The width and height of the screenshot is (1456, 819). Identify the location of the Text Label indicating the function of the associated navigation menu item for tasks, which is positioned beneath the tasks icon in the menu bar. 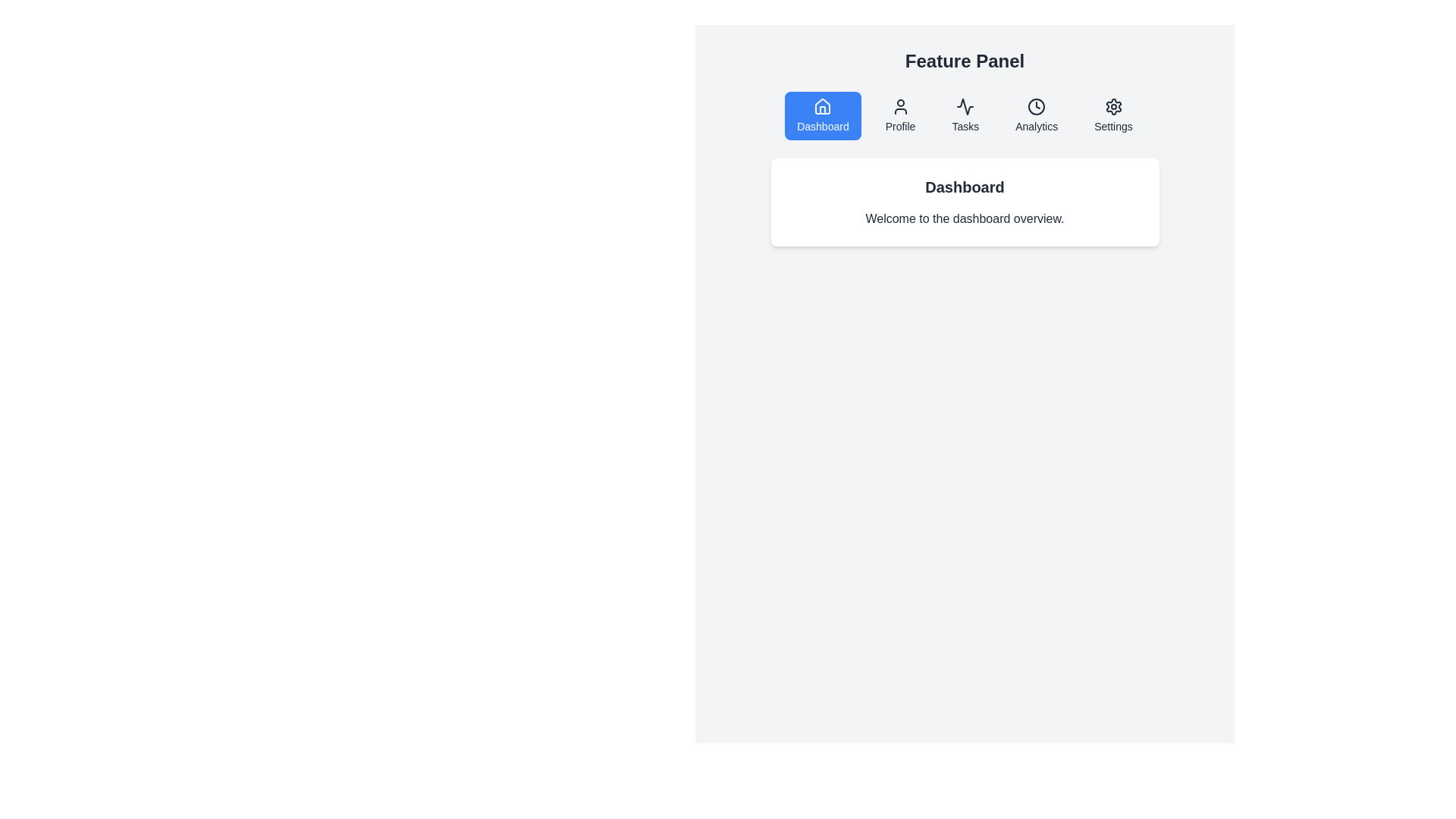
(965, 125).